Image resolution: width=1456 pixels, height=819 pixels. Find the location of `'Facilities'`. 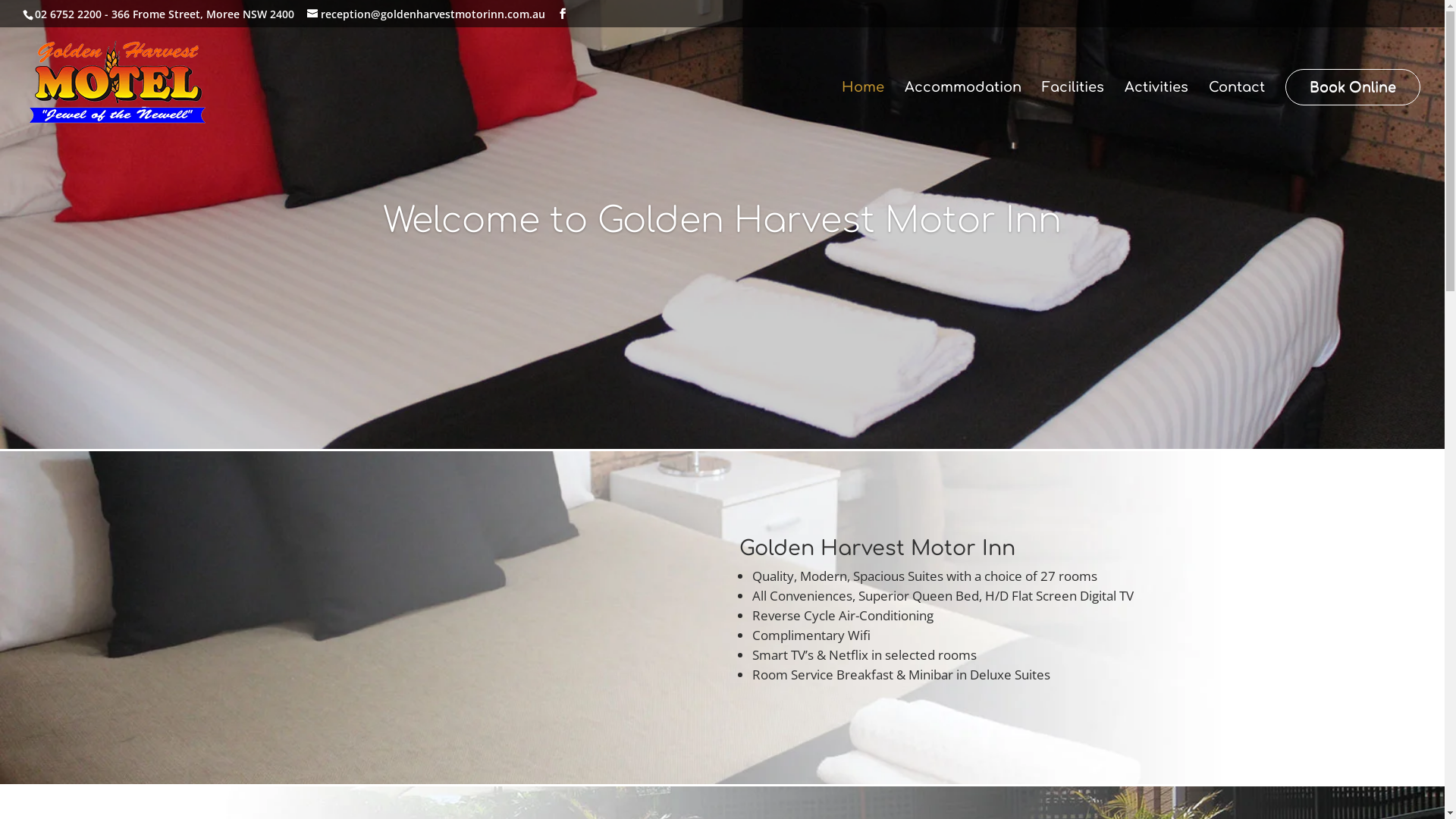

'Facilities' is located at coordinates (1072, 107).